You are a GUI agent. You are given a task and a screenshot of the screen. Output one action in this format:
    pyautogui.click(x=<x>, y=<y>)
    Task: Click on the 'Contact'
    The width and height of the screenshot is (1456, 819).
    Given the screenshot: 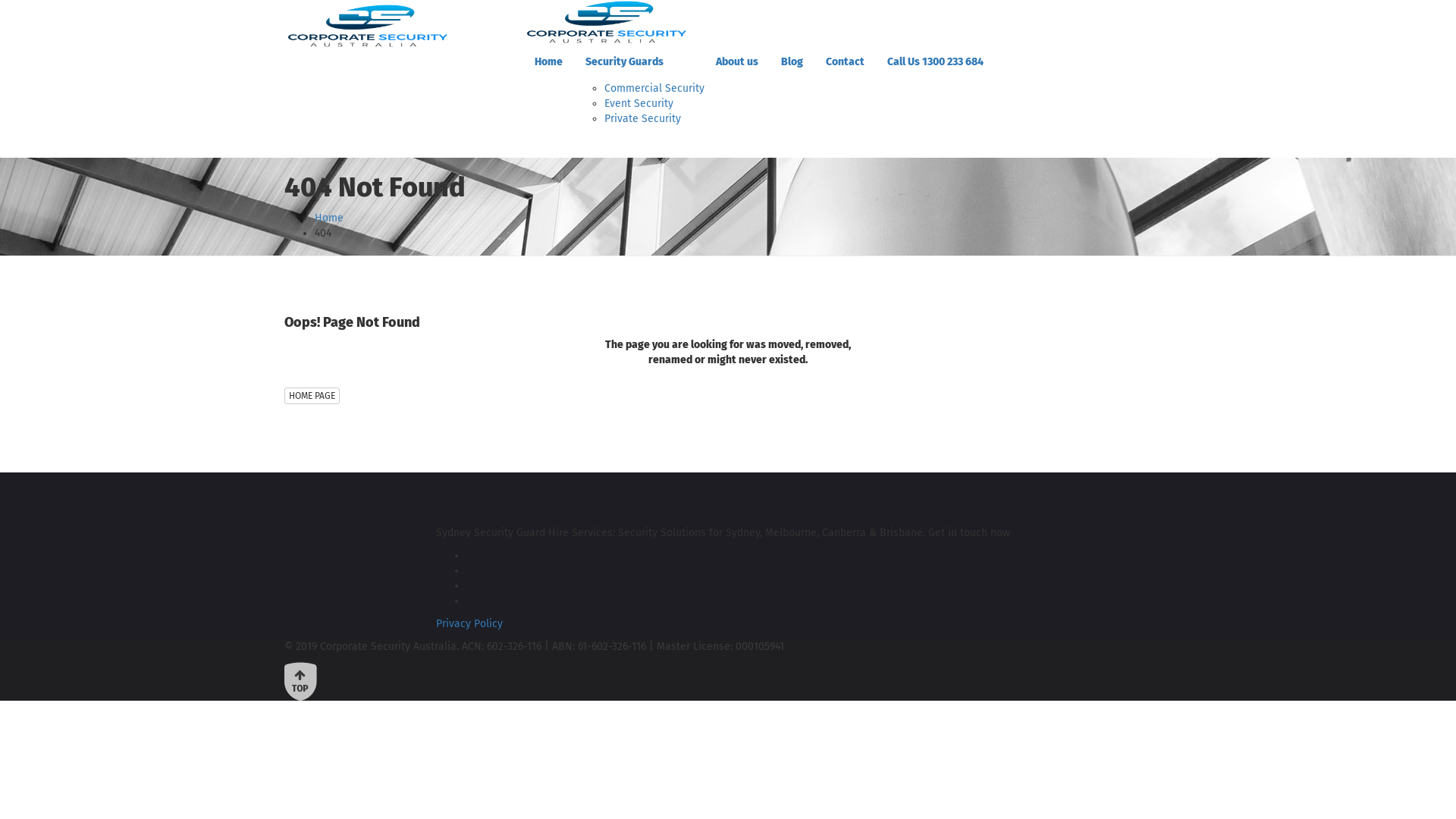 What is the action you would take?
    pyautogui.click(x=844, y=61)
    